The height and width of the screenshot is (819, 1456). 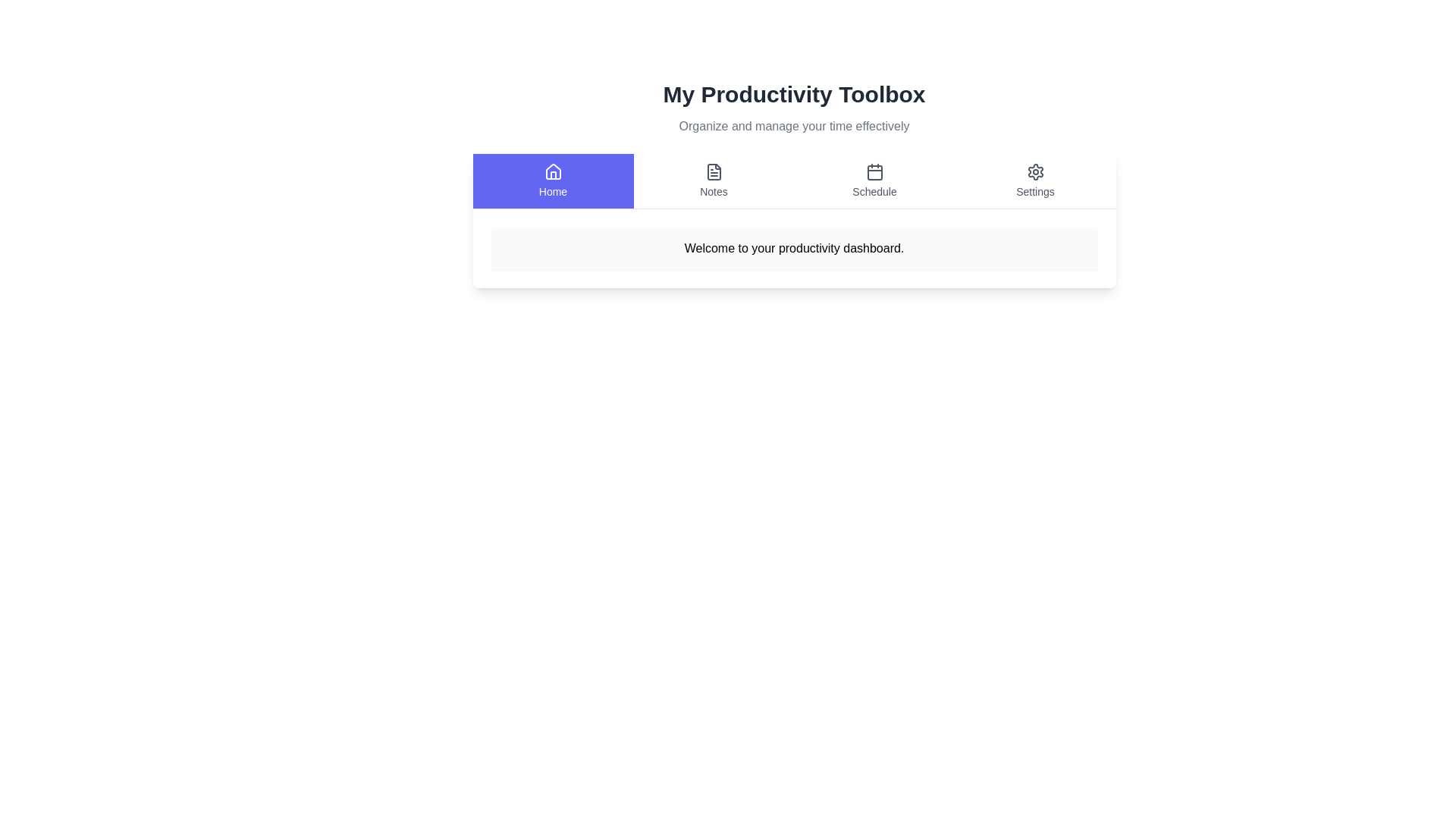 I want to click on the house-shaped icon in the navigation menu, so click(x=552, y=171).